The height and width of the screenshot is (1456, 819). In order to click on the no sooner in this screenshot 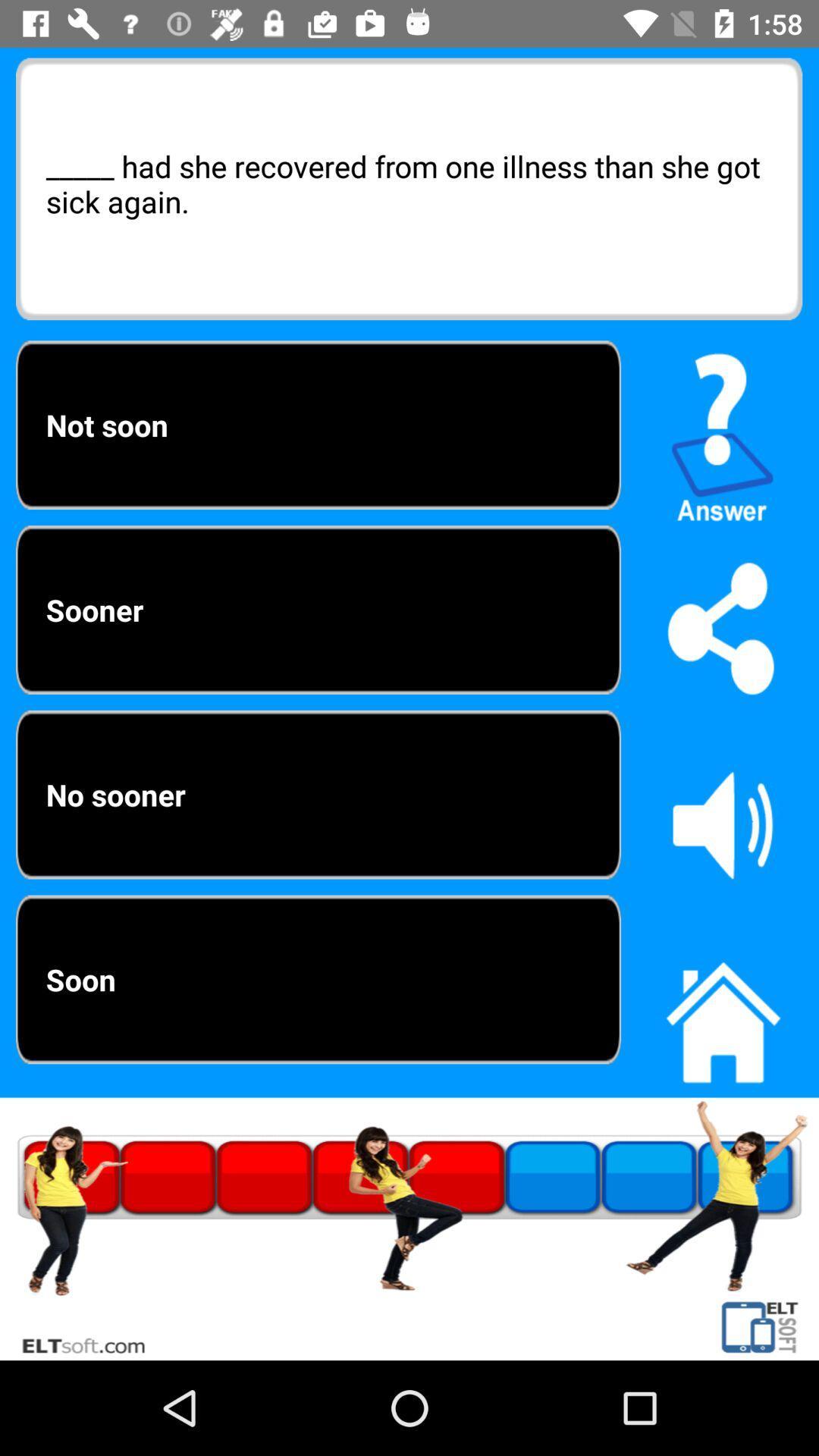, I will do `click(318, 794)`.